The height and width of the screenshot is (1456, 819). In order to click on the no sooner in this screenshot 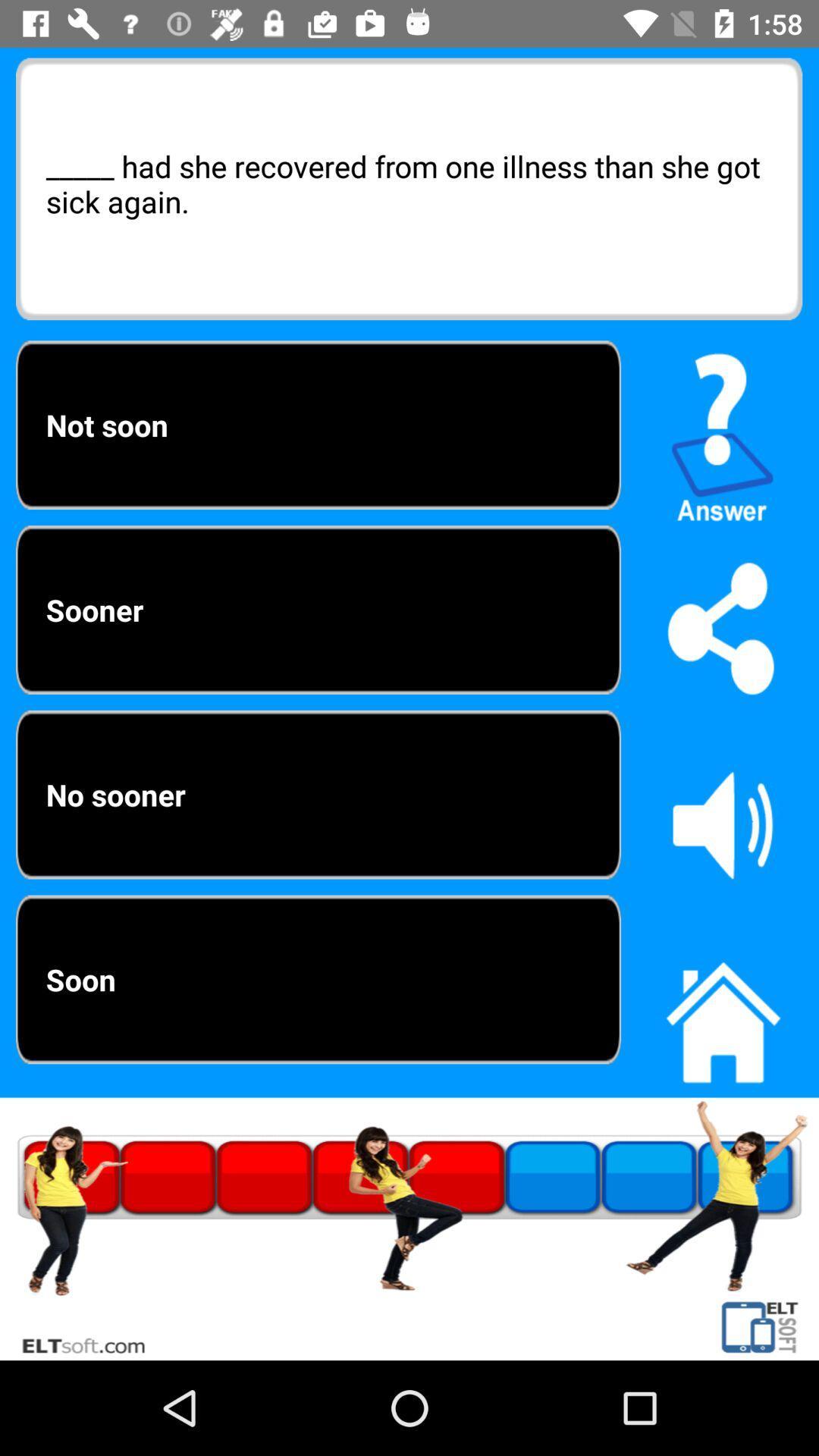, I will do `click(318, 794)`.